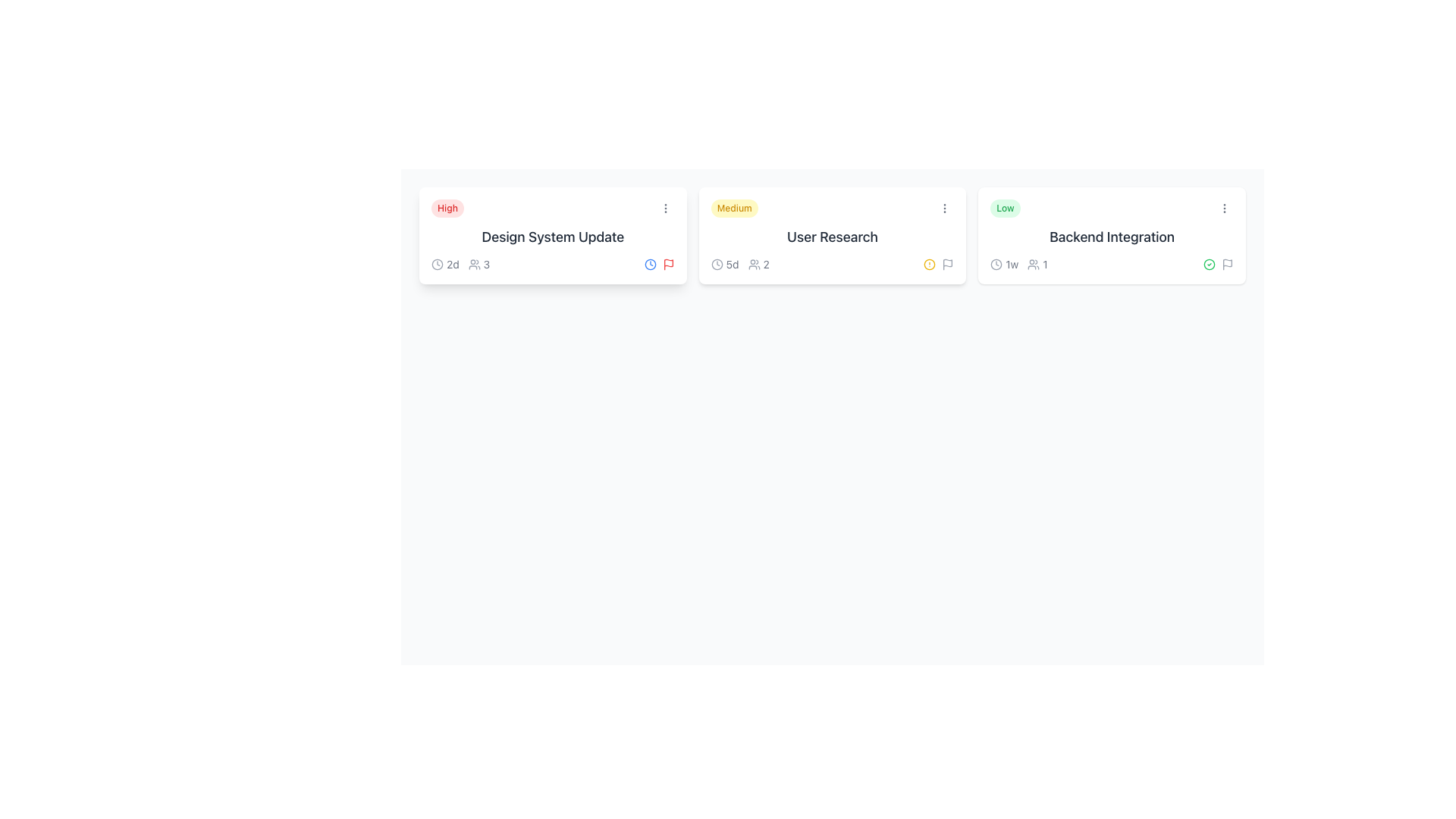  Describe the element at coordinates (947, 263) in the screenshot. I see `the flag icon located at the bottom-right of the 'User Research' card, which is the second icon to the right of a yellow circle with a warning icon` at that location.